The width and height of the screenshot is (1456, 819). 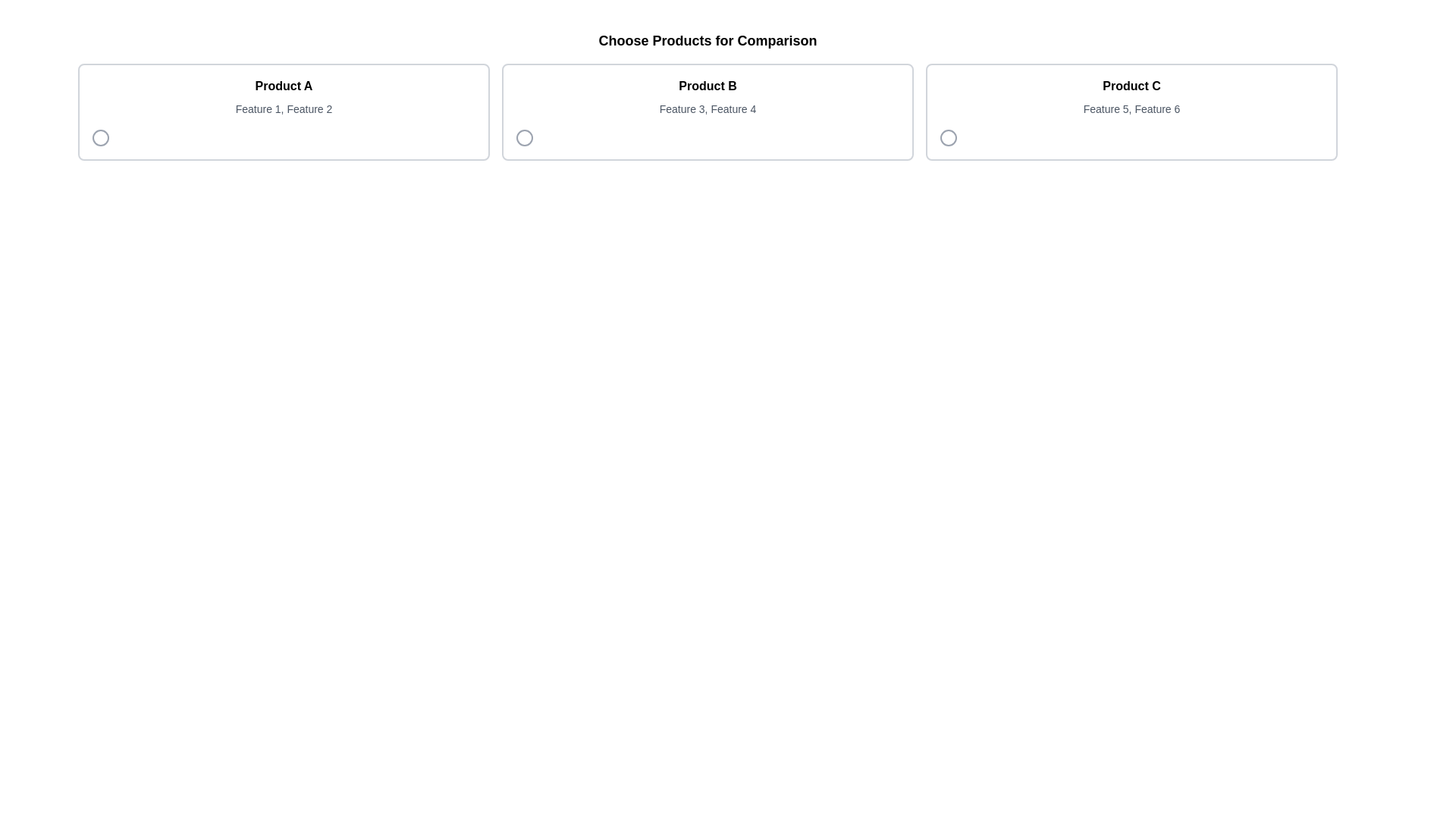 I want to click on the text label displaying 'Feature 3, Feature 4' located under the 'Product B' header, so click(x=707, y=108).